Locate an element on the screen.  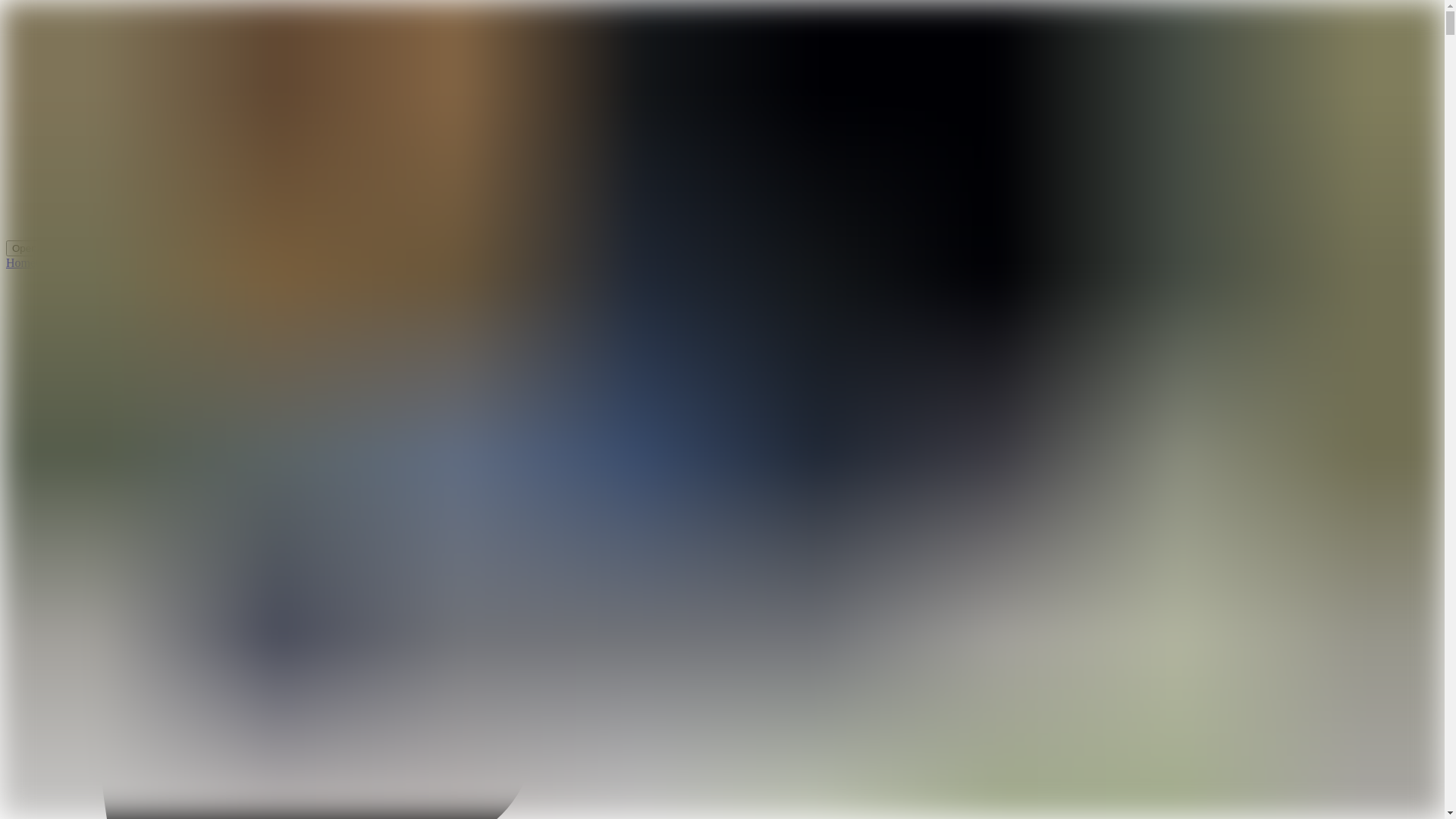
'Diensten' is located at coordinates (79, 262).